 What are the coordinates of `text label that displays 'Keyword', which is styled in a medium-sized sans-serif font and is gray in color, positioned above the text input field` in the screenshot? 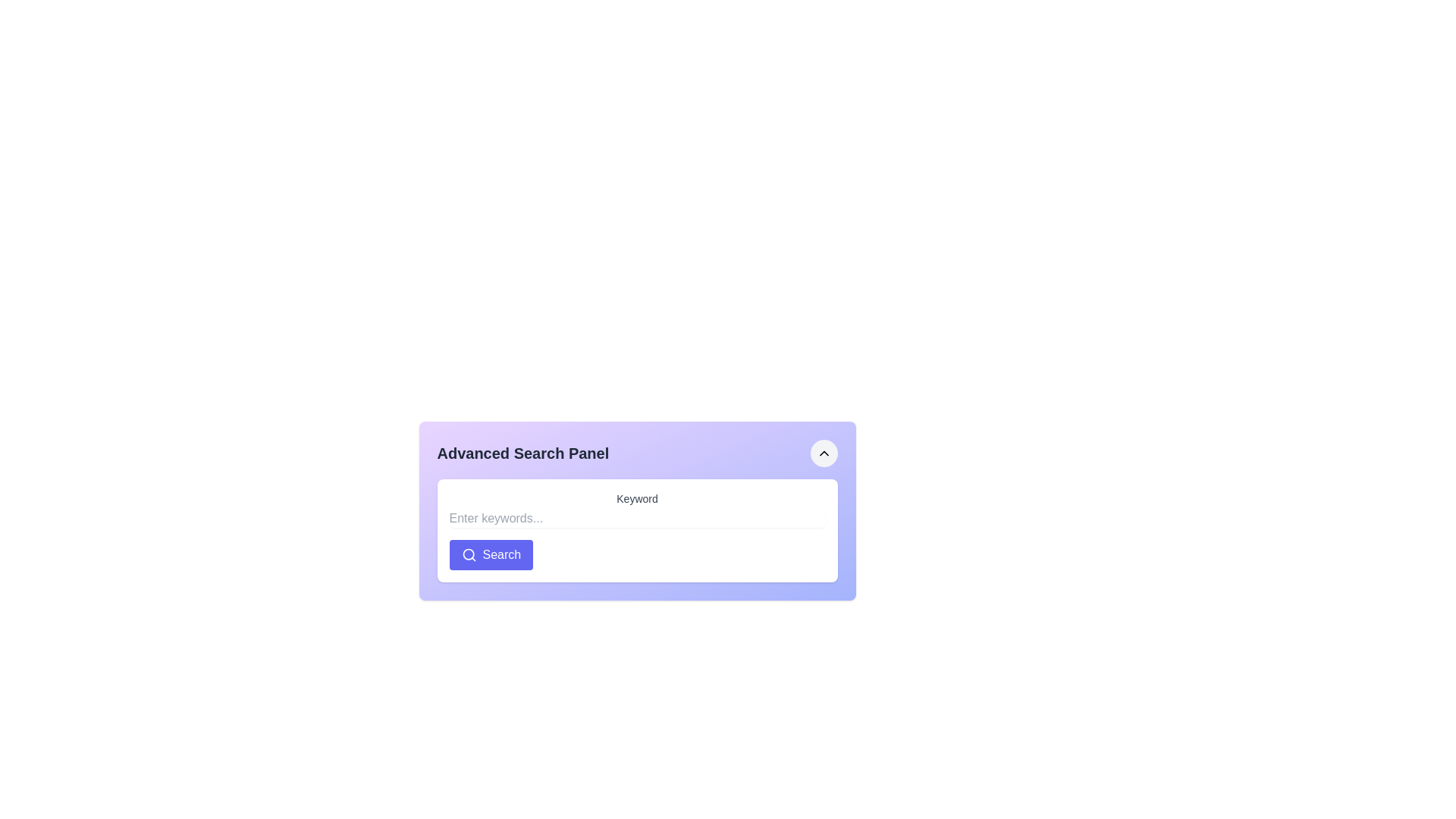 It's located at (637, 499).